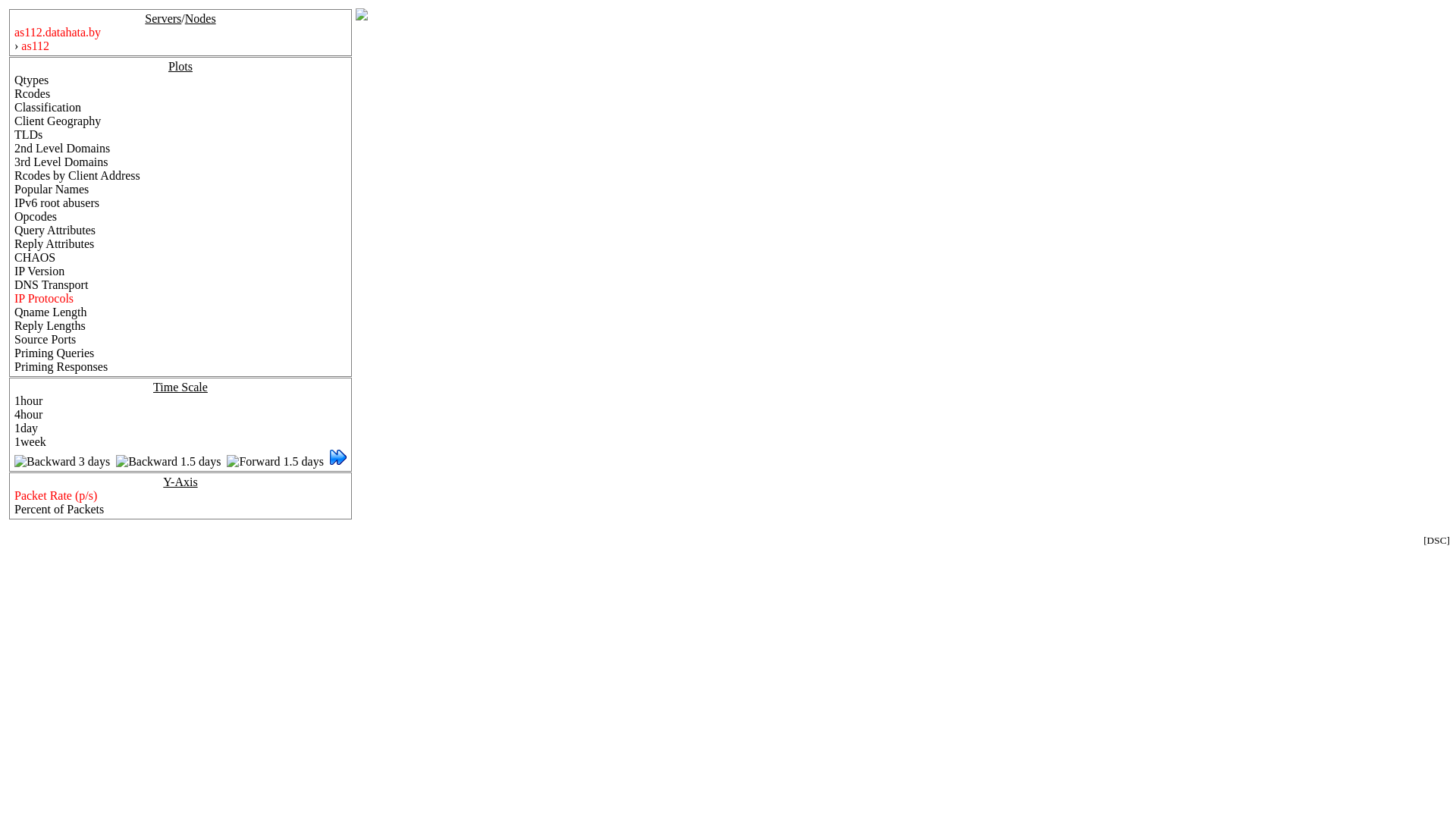 The width and height of the screenshot is (1456, 819). I want to click on 'Backward 1.5 days', so click(115, 460).